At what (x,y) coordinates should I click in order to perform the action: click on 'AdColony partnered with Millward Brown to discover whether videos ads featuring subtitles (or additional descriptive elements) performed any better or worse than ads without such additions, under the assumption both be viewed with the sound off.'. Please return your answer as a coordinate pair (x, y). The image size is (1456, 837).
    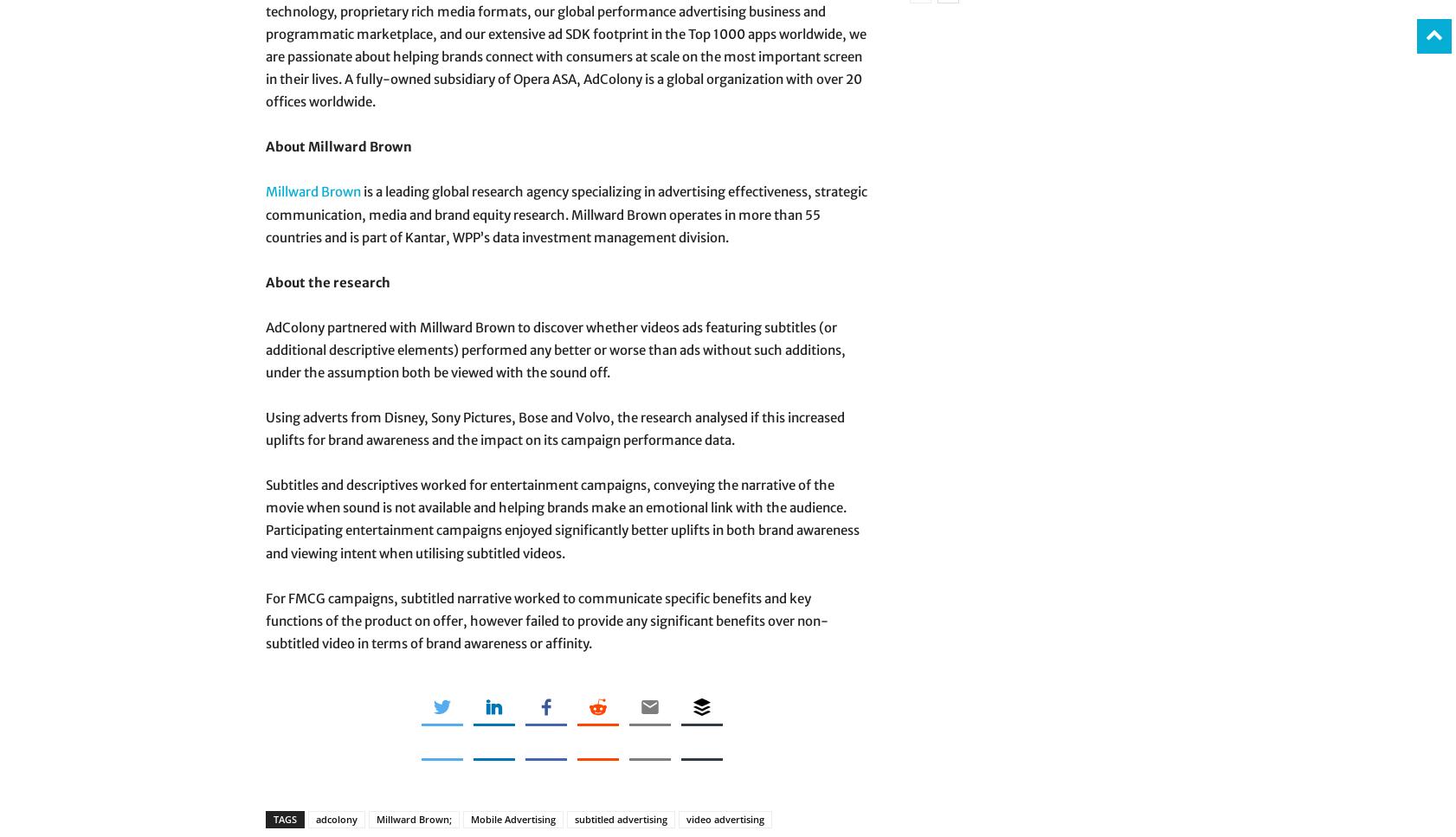
    Looking at the image, I should click on (264, 349).